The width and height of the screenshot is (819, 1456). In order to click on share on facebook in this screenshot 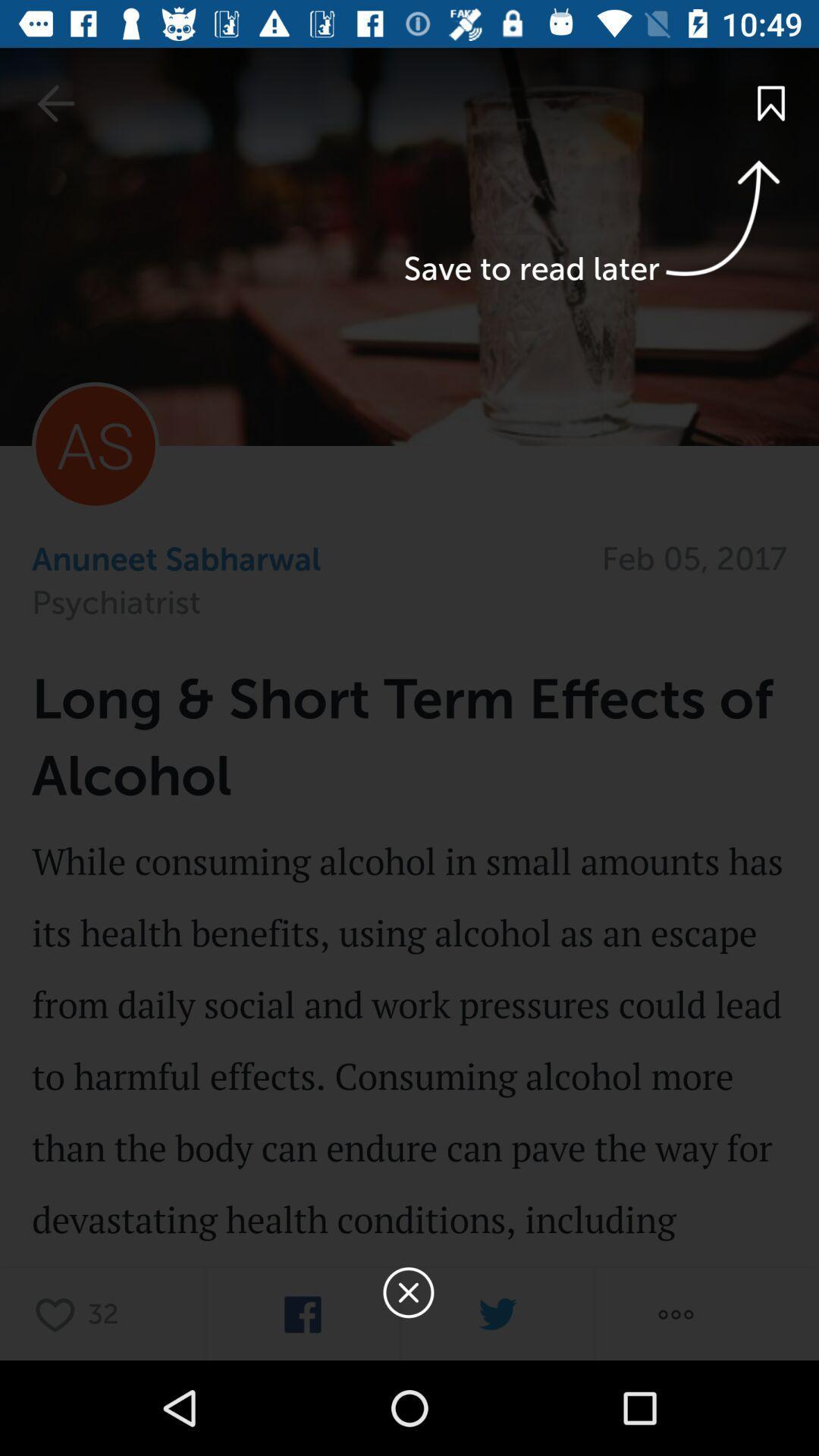, I will do `click(303, 1313)`.